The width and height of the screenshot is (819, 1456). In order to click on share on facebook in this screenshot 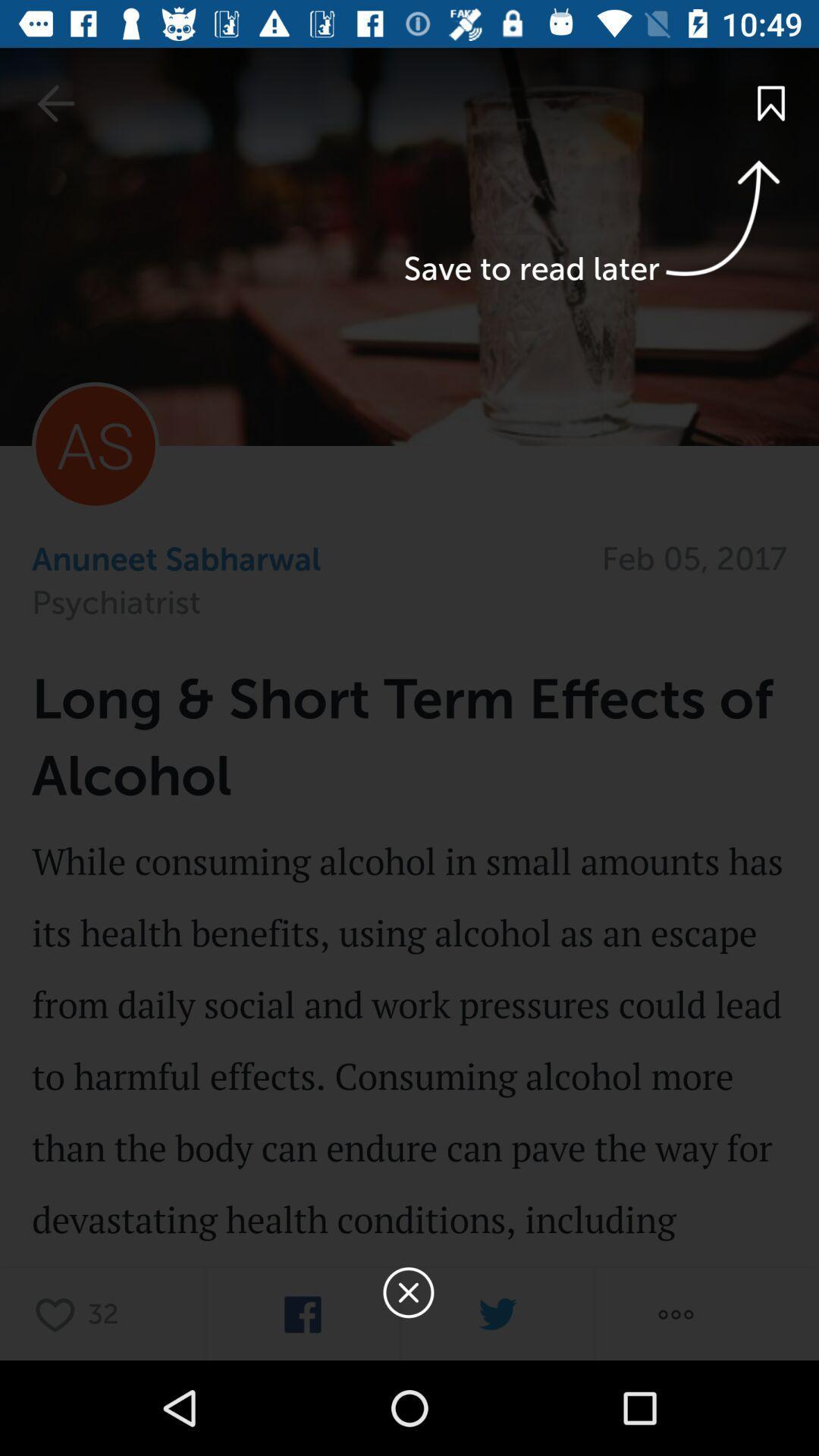, I will do `click(303, 1313)`.